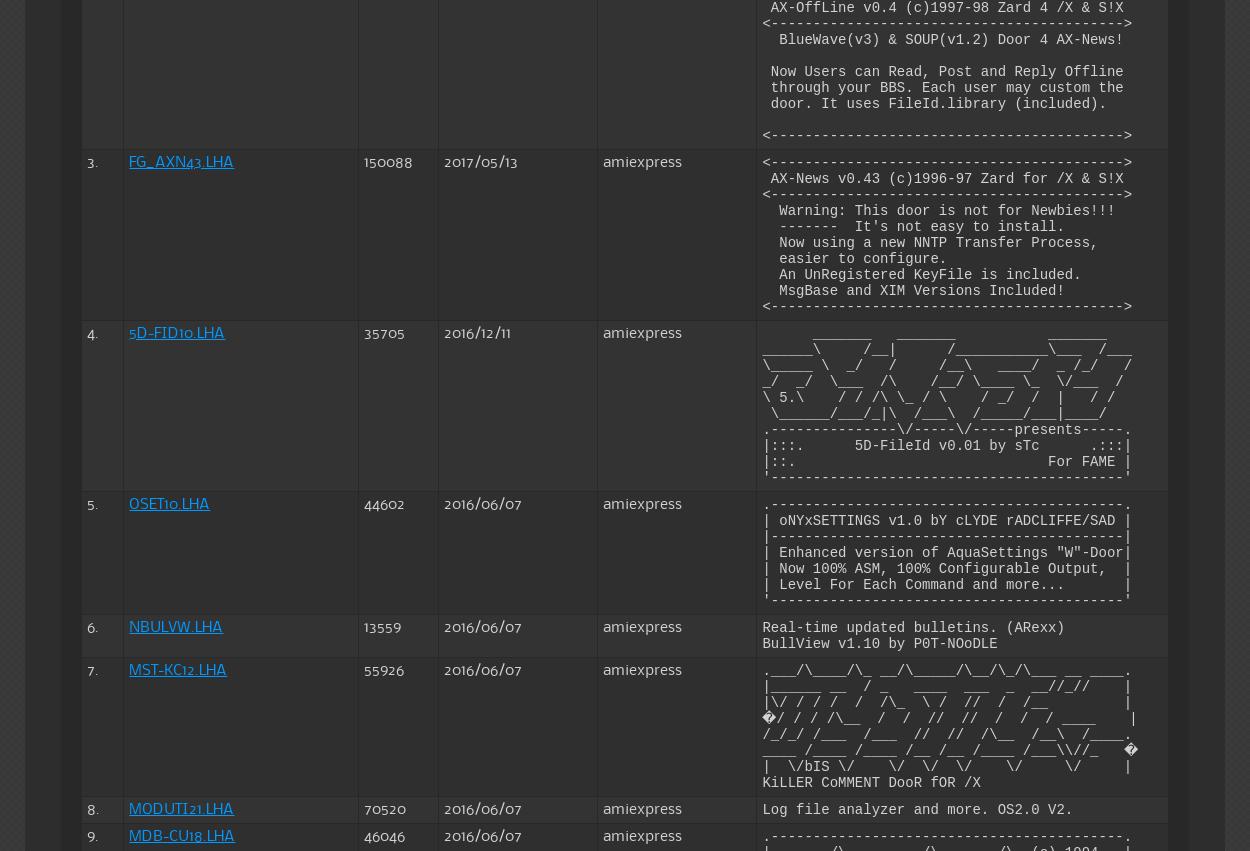 This screenshot has width=1250, height=851. I want to click on '150088', so click(388, 161).